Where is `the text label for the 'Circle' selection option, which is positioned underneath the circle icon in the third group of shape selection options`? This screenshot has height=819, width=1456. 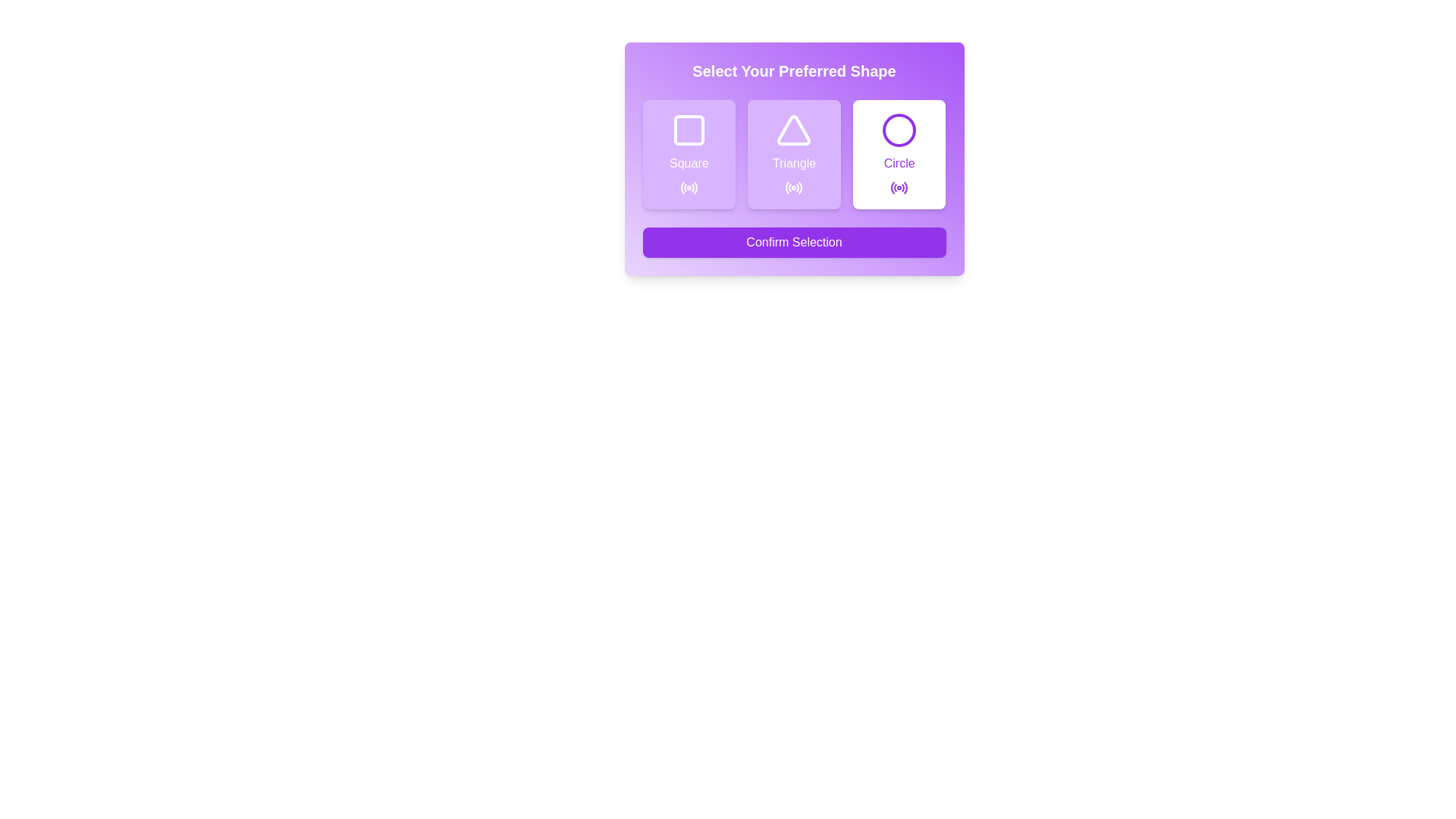
the text label for the 'Circle' selection option, which is positioned underneath the circle icon in the third group of shape selection options is located at coordinates (899, 164).